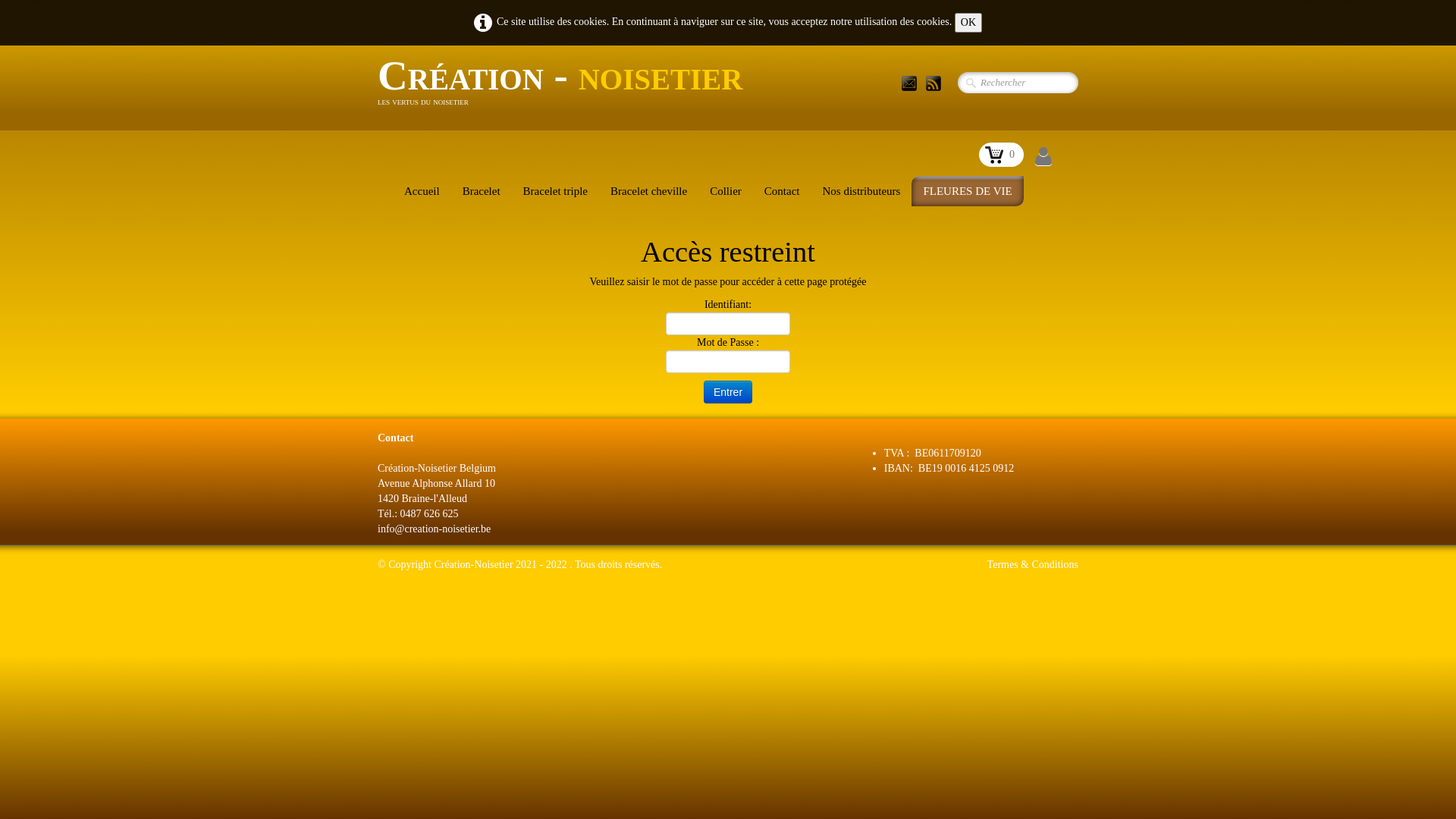 The width and height of the screenshot is (1456, 819). Describe the element at coordinates (648, 190) in the screenshot. I see `'Bracelet cheville'` at that location.